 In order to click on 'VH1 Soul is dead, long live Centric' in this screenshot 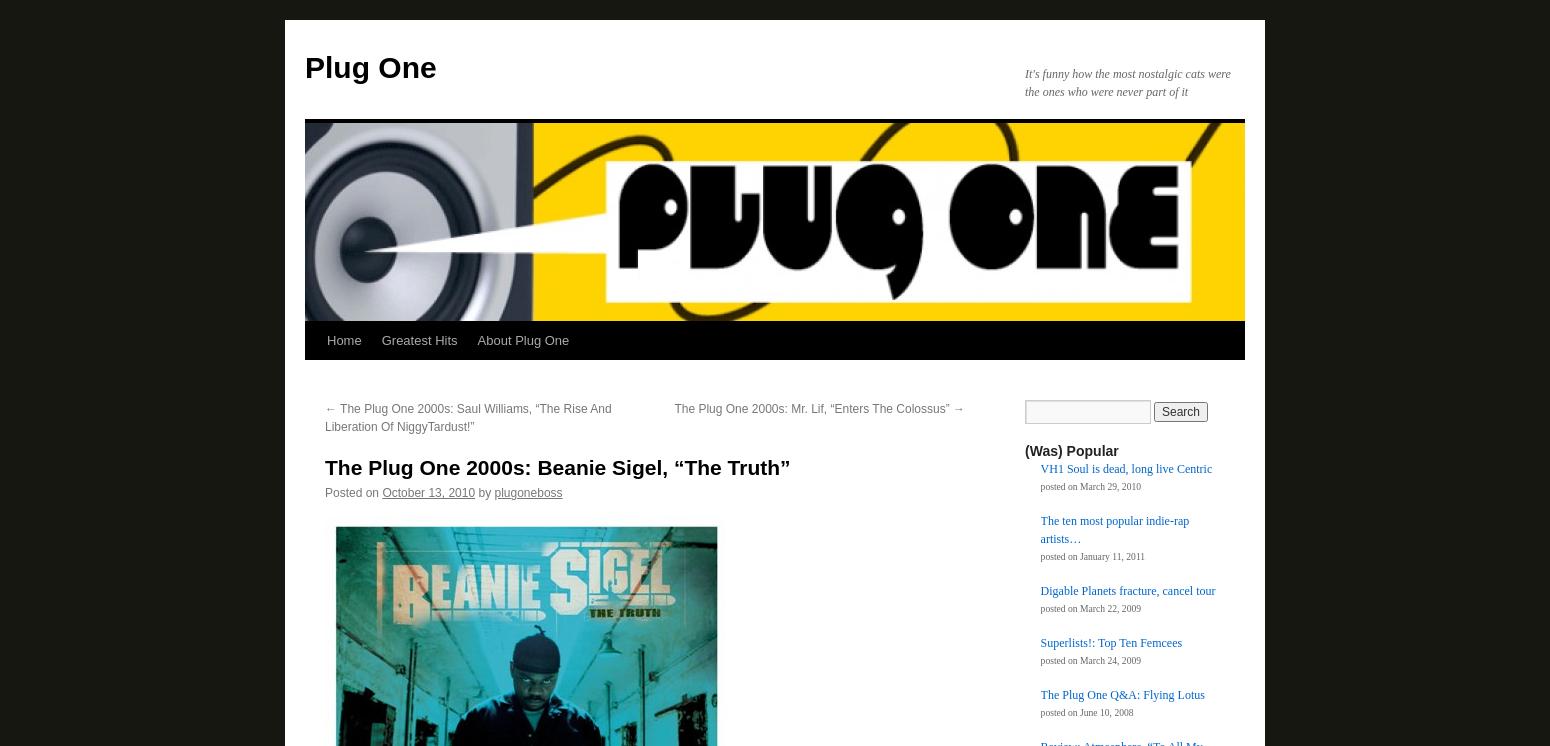, I will do `click(1125, 469)`.